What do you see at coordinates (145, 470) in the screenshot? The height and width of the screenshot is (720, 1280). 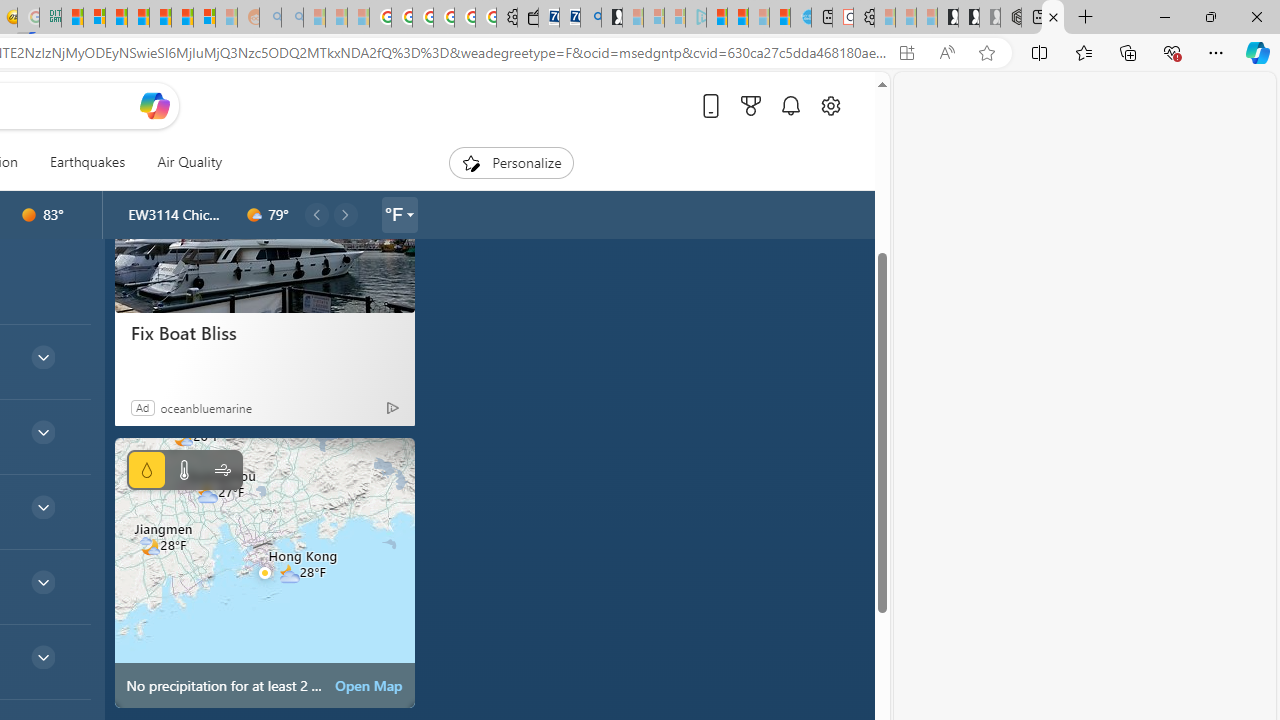 I see `'Precipitation'` at bounding box center [145, 470].